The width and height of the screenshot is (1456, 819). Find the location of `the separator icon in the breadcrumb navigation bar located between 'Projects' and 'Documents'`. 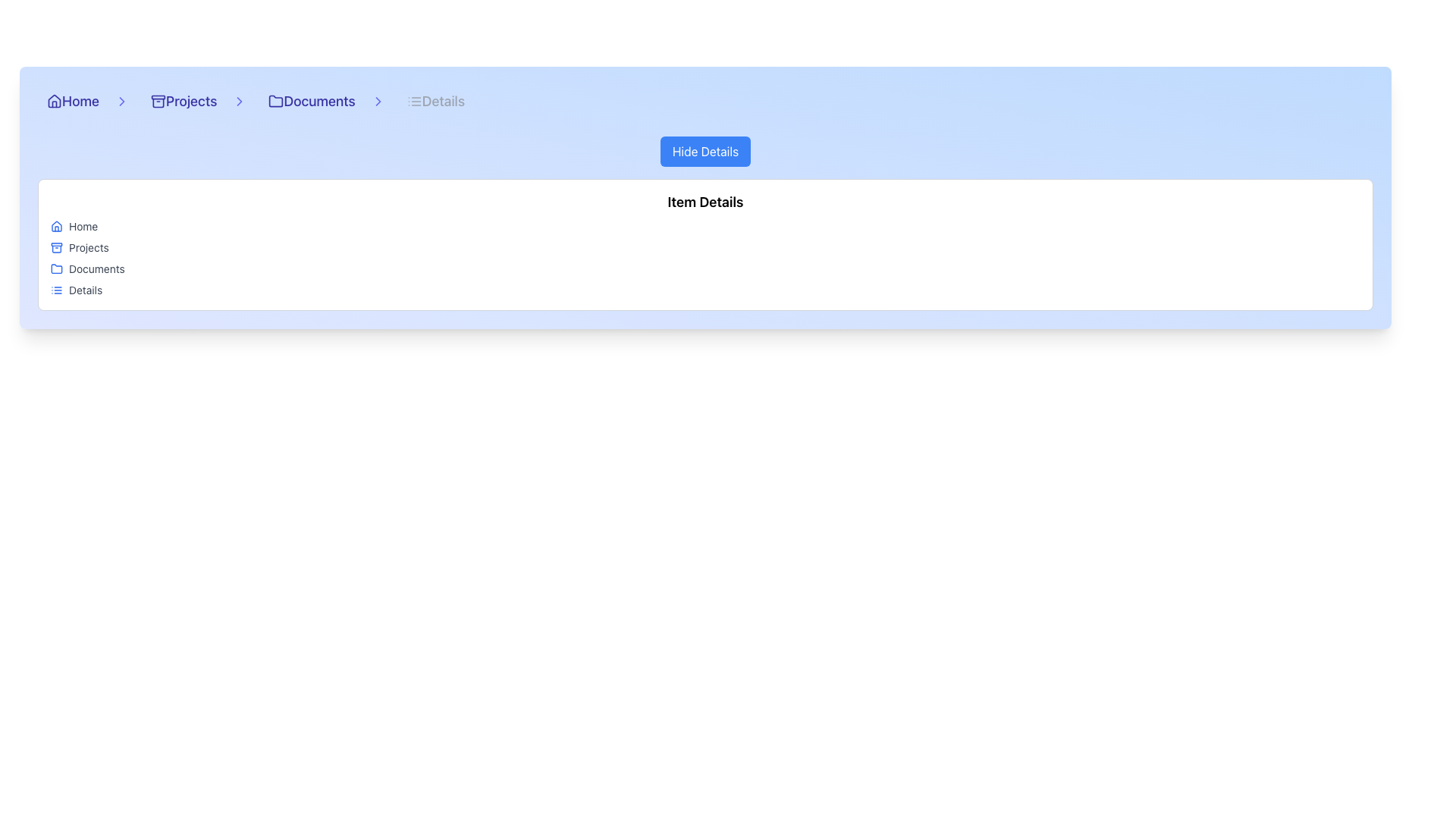

the separator icon in the breadcrumb navigation bar located between 'Projects' and 'Documents' is located at coordinates (239, 102).